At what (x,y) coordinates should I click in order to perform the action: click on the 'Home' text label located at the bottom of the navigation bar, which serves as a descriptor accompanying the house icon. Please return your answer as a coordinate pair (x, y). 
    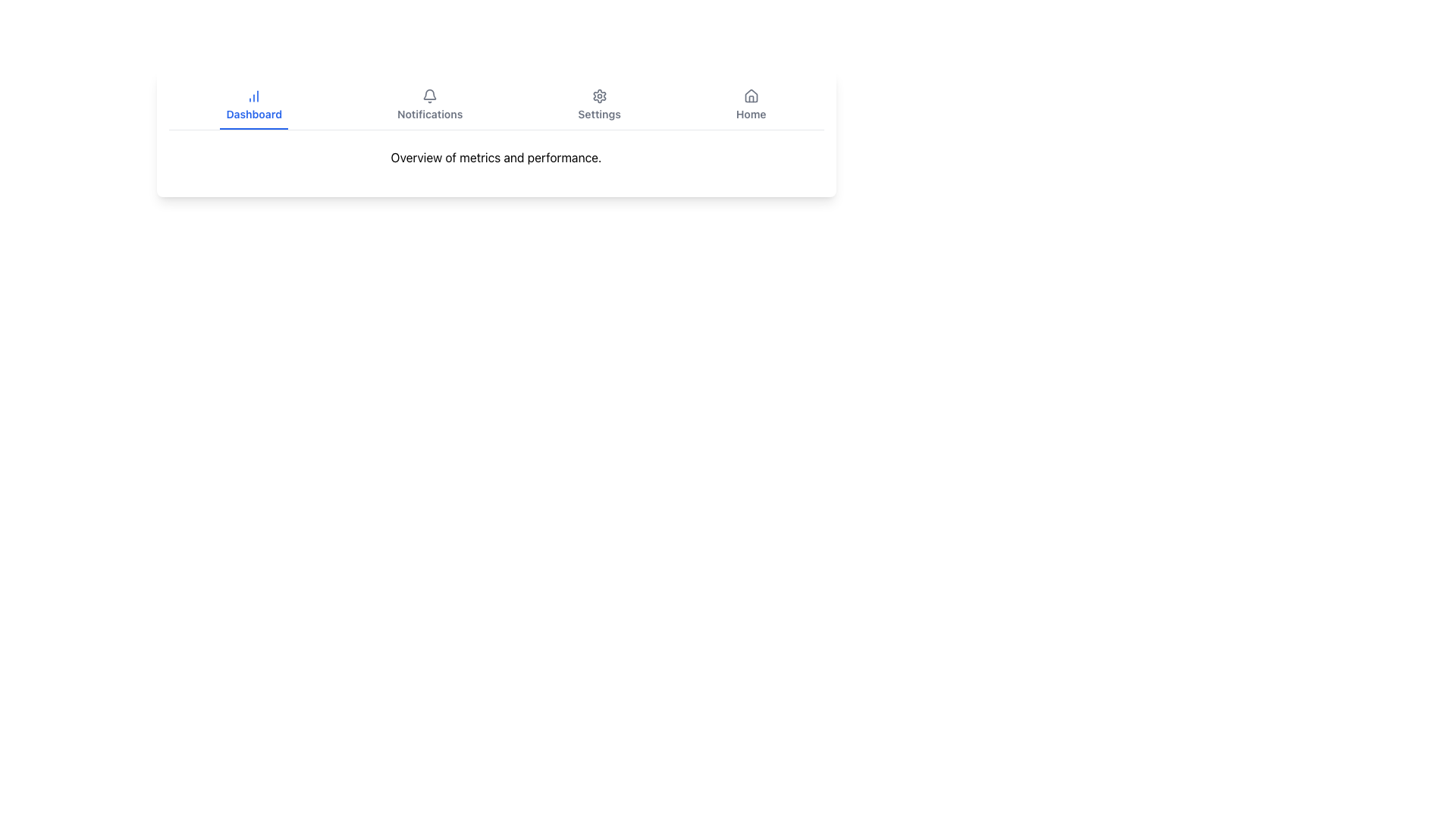
    Looking at the image, I should click on (751, 113).